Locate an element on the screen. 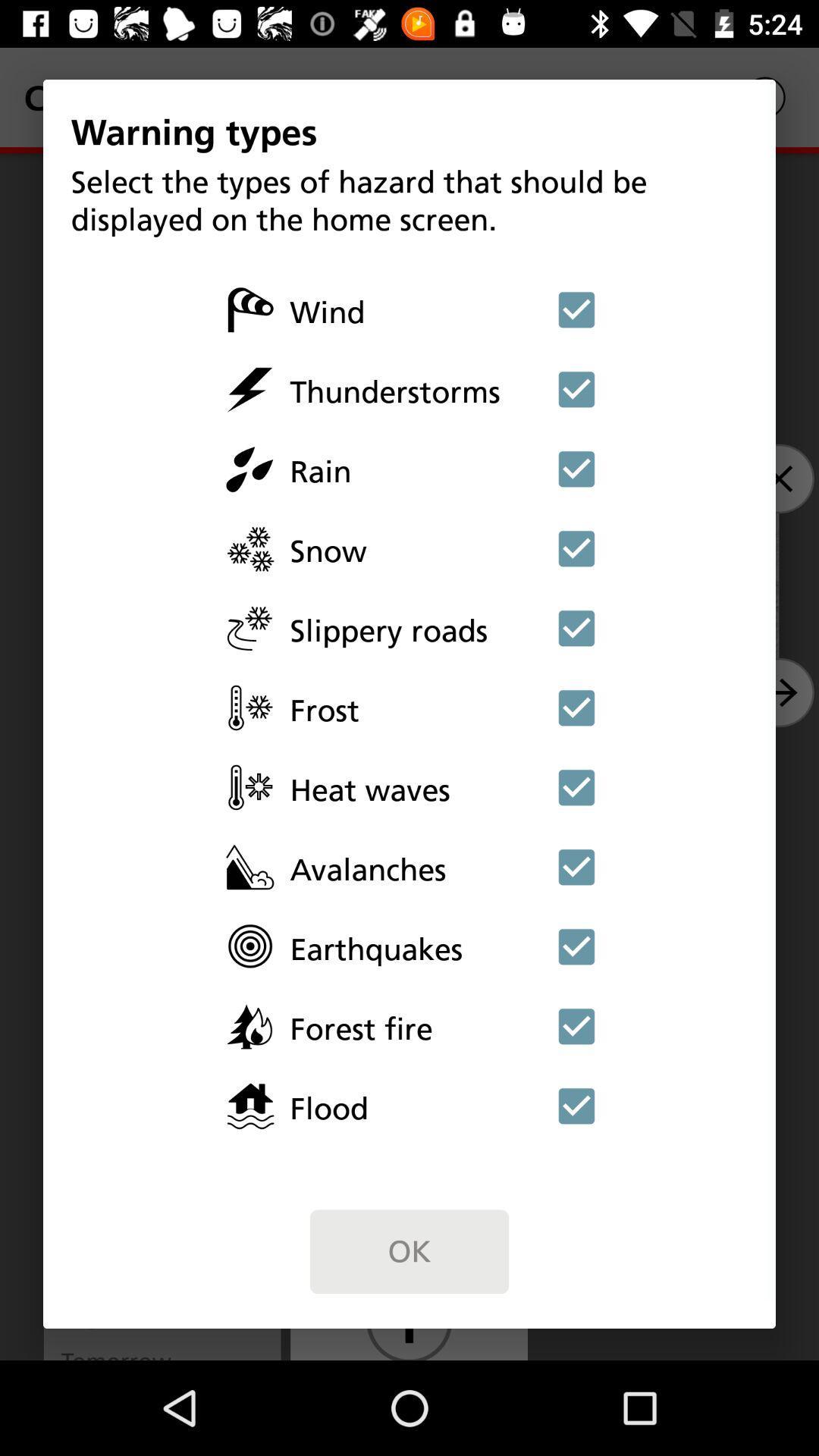  avalanches is located at coordinates (576, 867).